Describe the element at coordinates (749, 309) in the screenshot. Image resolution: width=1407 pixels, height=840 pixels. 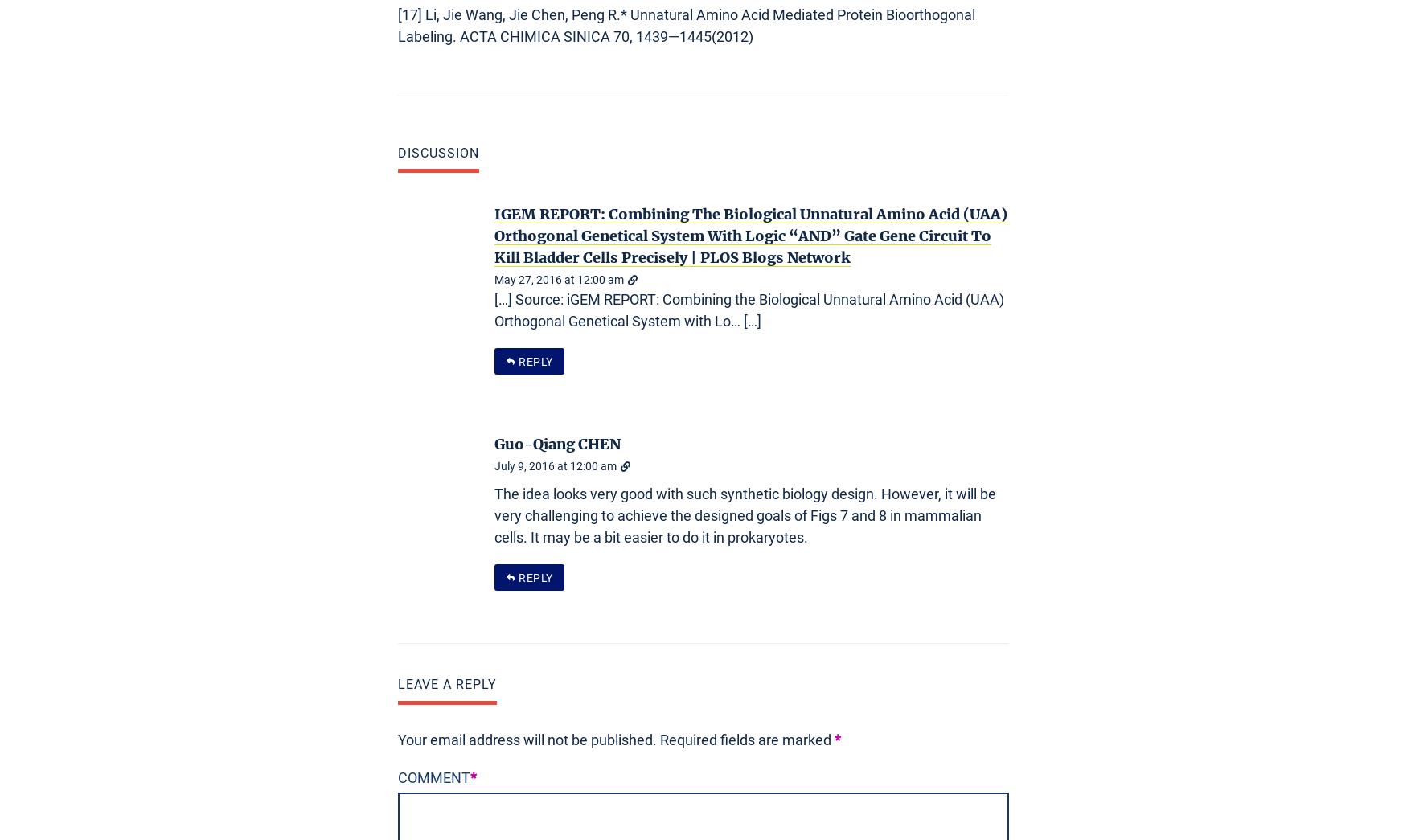
I see `'[…] Source: iGEM REPORT: Combining the Biological Unnatural Amino Acid (UAA) Orthogonal Genetical System with Lo… […]'` at that location.